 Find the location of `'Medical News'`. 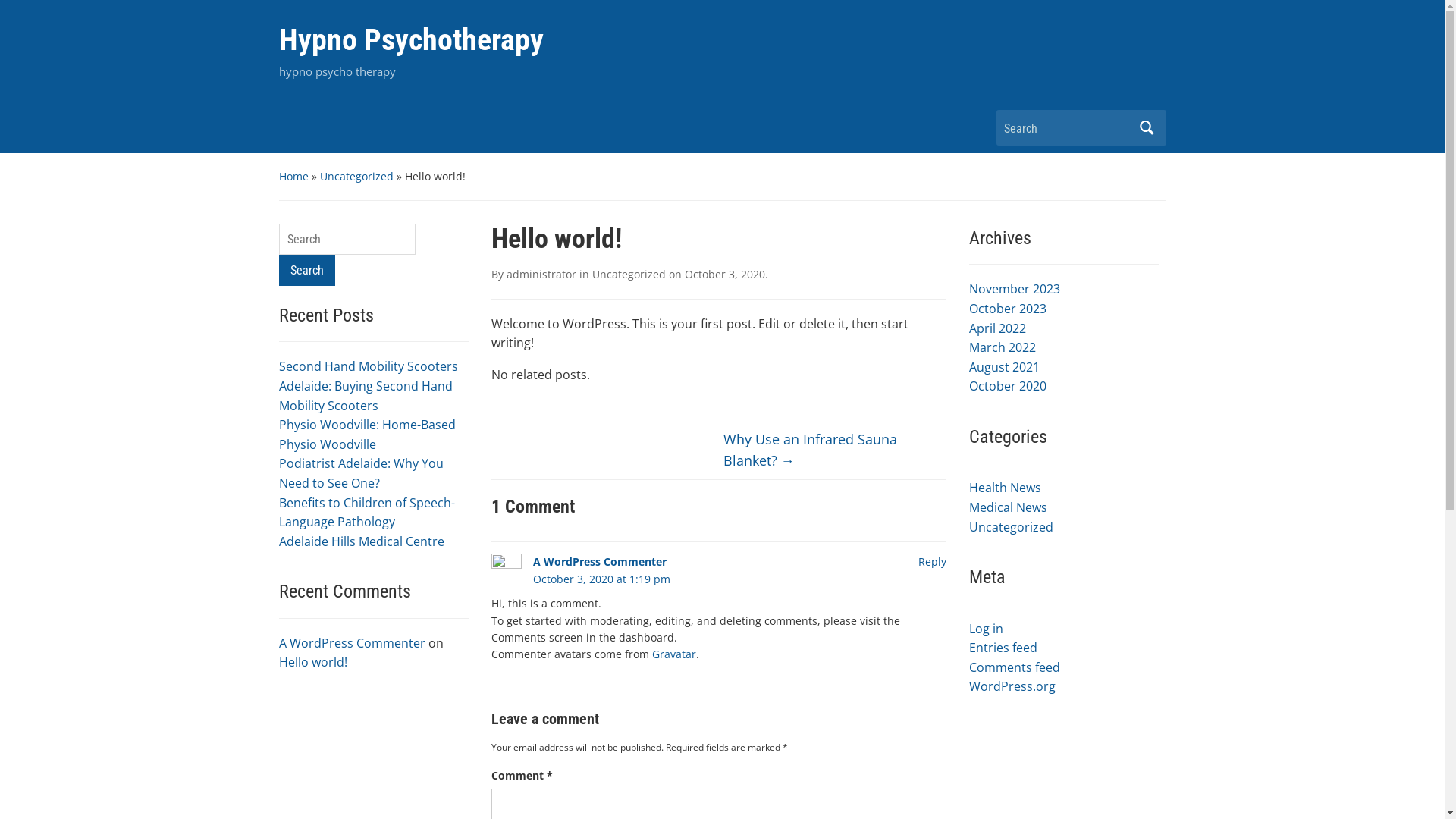

'Medical News' is located at coordinates (1008, 507).